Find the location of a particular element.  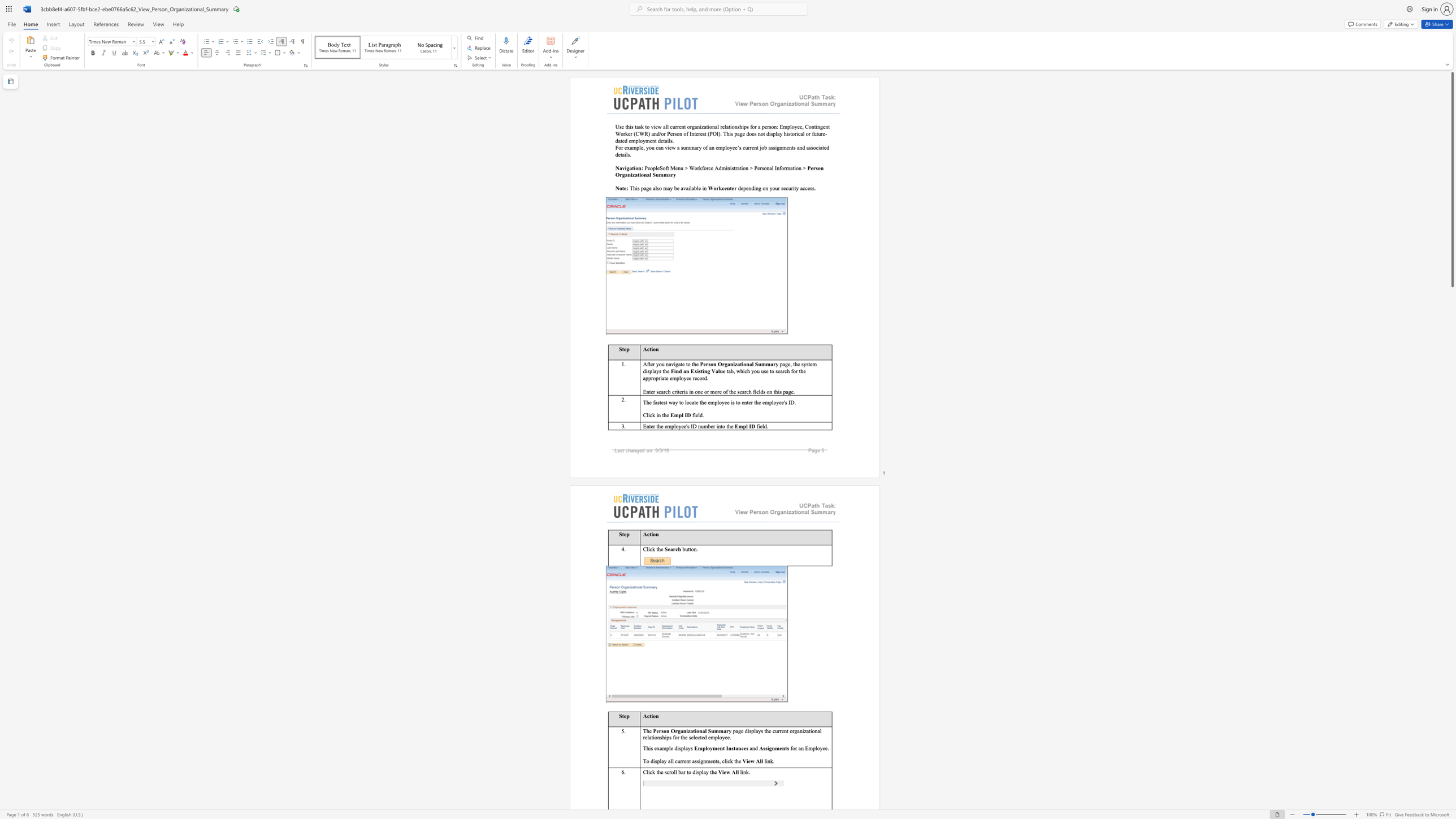

the subset text "vigatio" within the text "Navigation:" is located at coordinates (622, 168).